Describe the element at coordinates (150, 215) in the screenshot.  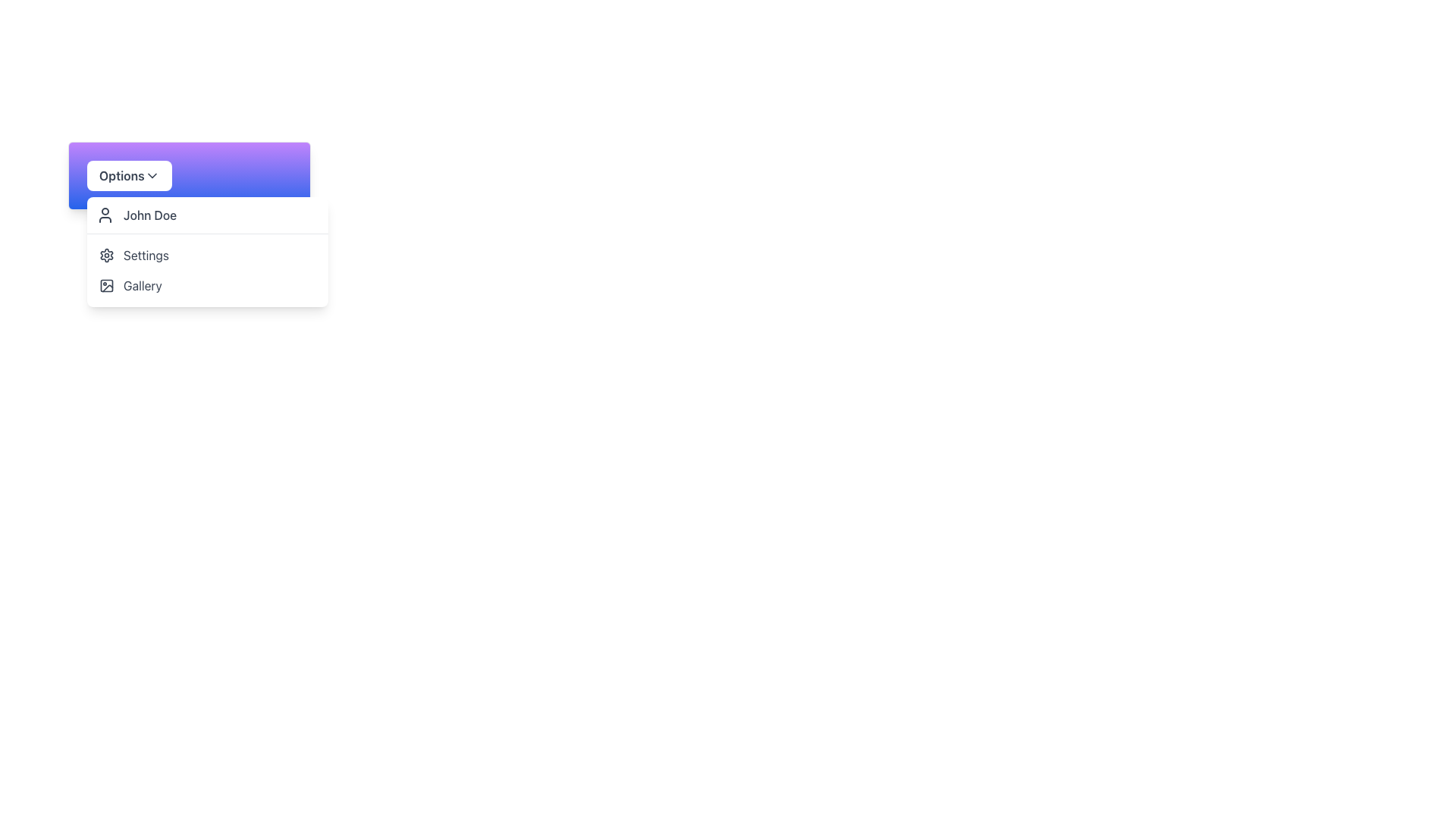
I see `the text label 'John Doe' which is the first item in a dropdown menu under the purple 'Options' button, positioned to the right of a user icon` at that location.